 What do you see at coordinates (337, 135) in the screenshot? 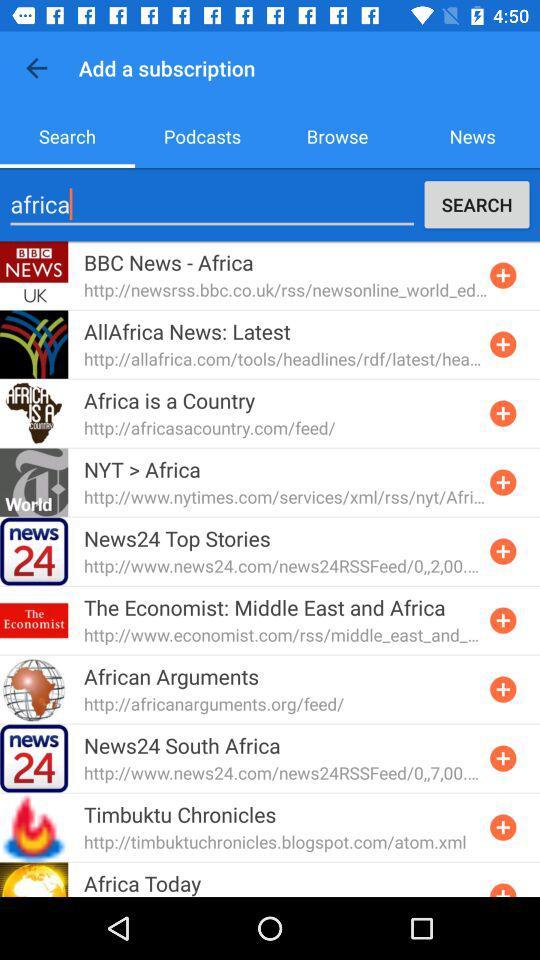
I see `the browse` at bounding box center [337, 135].